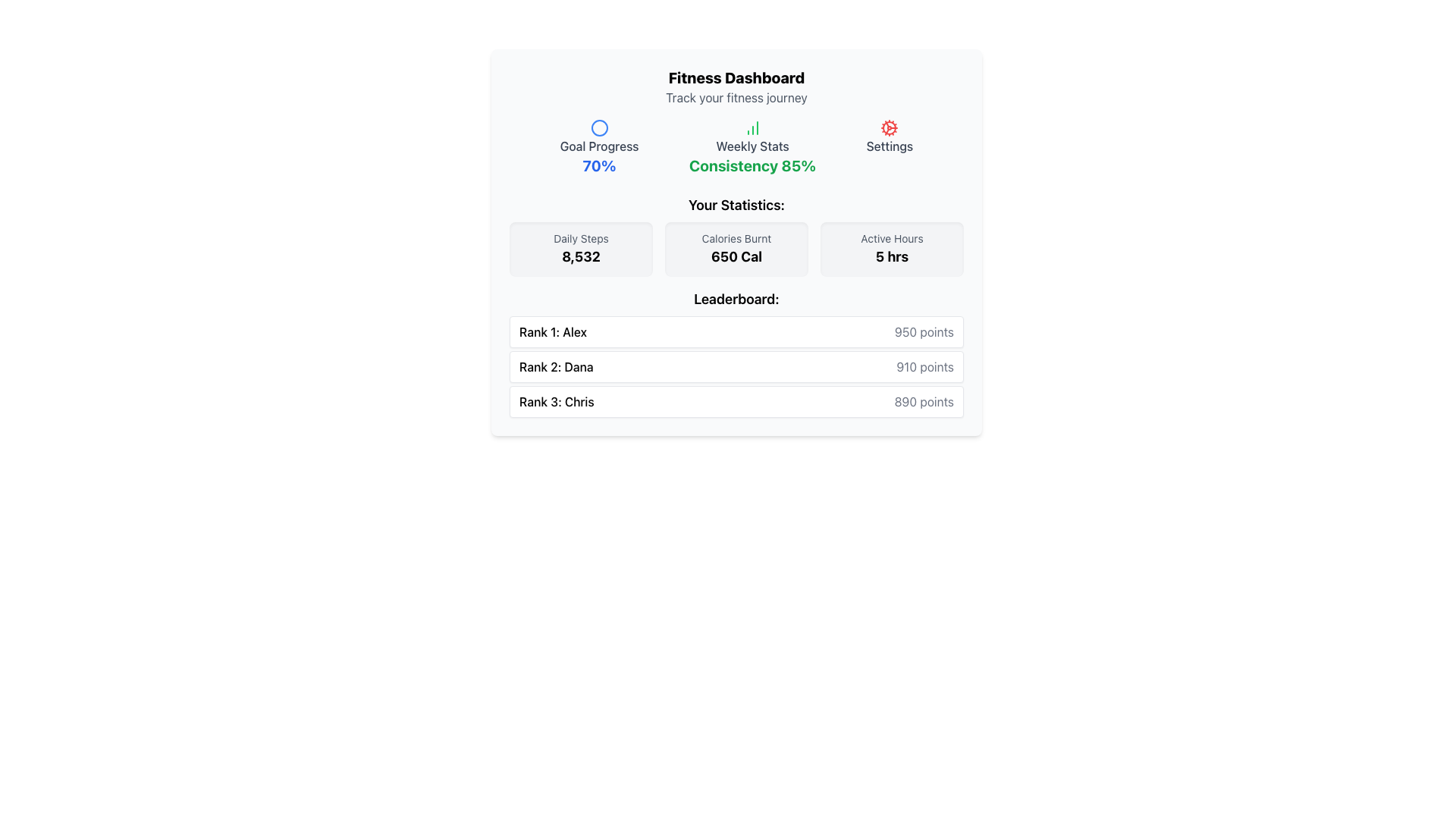  What do you see at coordinates (736, 353) in the screenshot?
I see `the specific entry in the Leaderboard element, which displays ranks and scores of participants, located below 'Your Statistics:' in the central panel of the dashboard` at bounding box center [736, 353].